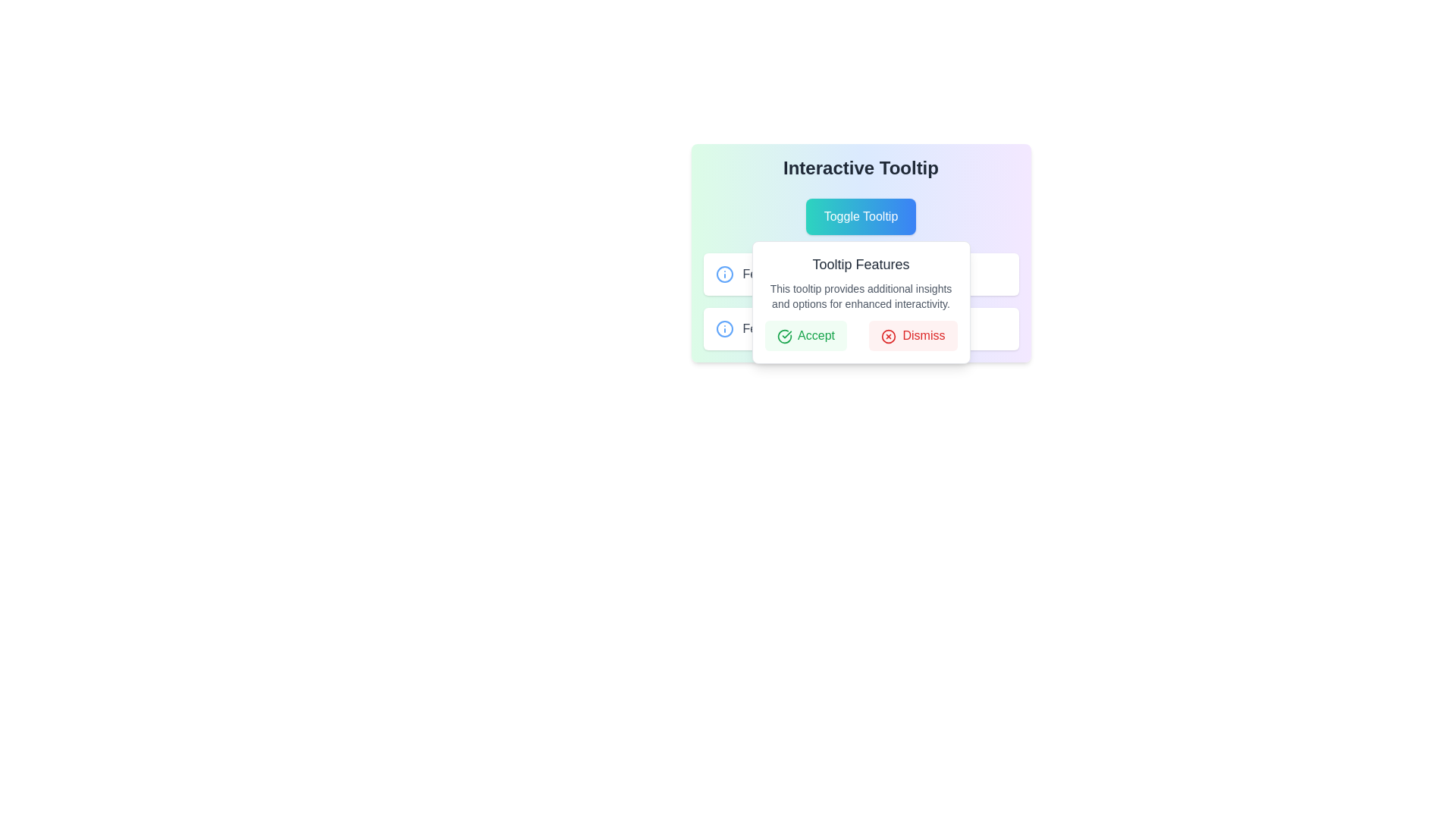 This screenshot has width=1456, height=819. I want to click on the informational icon related to 'Feature 1', so click(723, 275).